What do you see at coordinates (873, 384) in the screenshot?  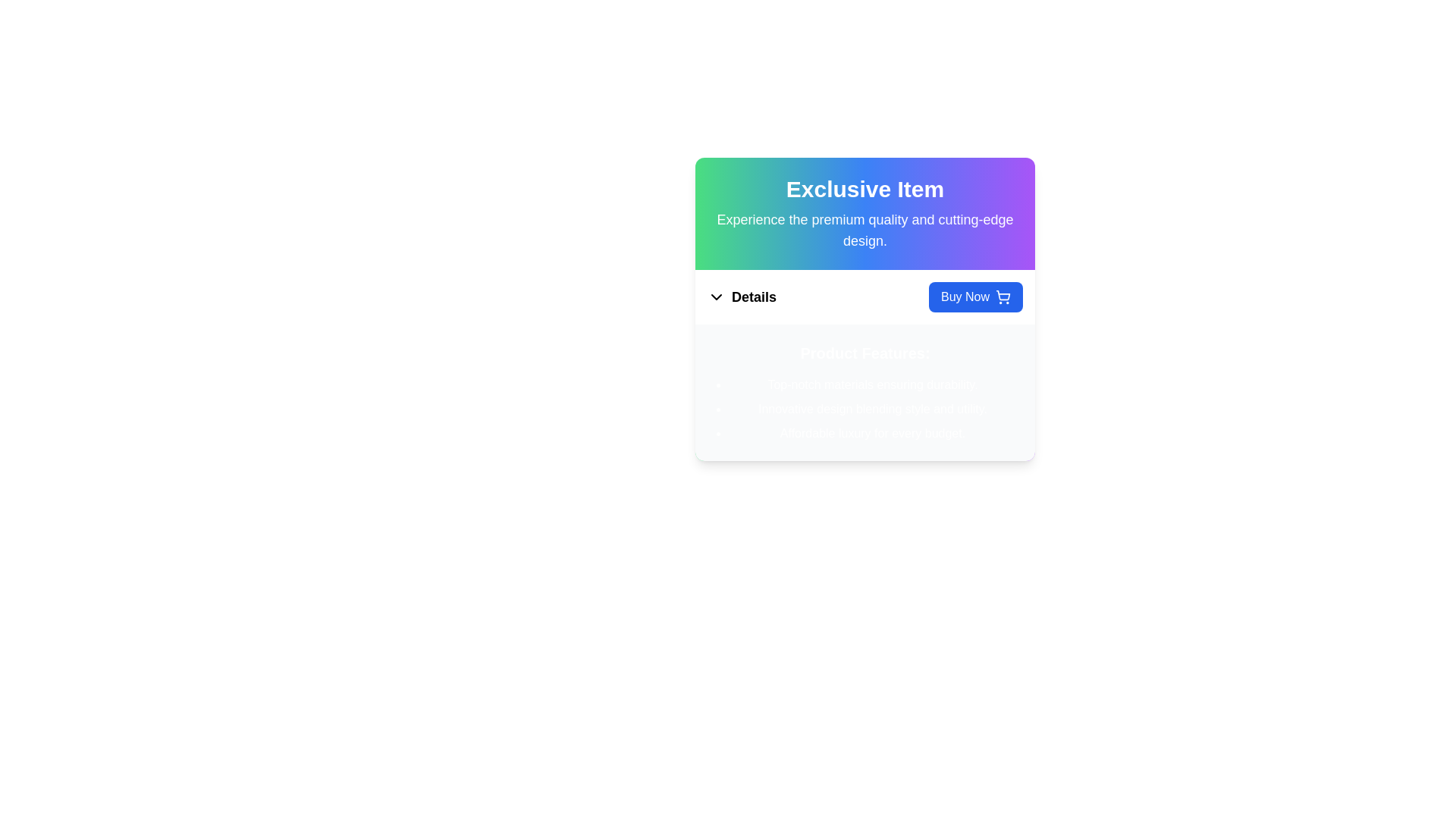 I see `the first bullet point in the 'Product Features' list that reads 'Top-notch materials ensuring durability.'` at bounding box center [873, 384].